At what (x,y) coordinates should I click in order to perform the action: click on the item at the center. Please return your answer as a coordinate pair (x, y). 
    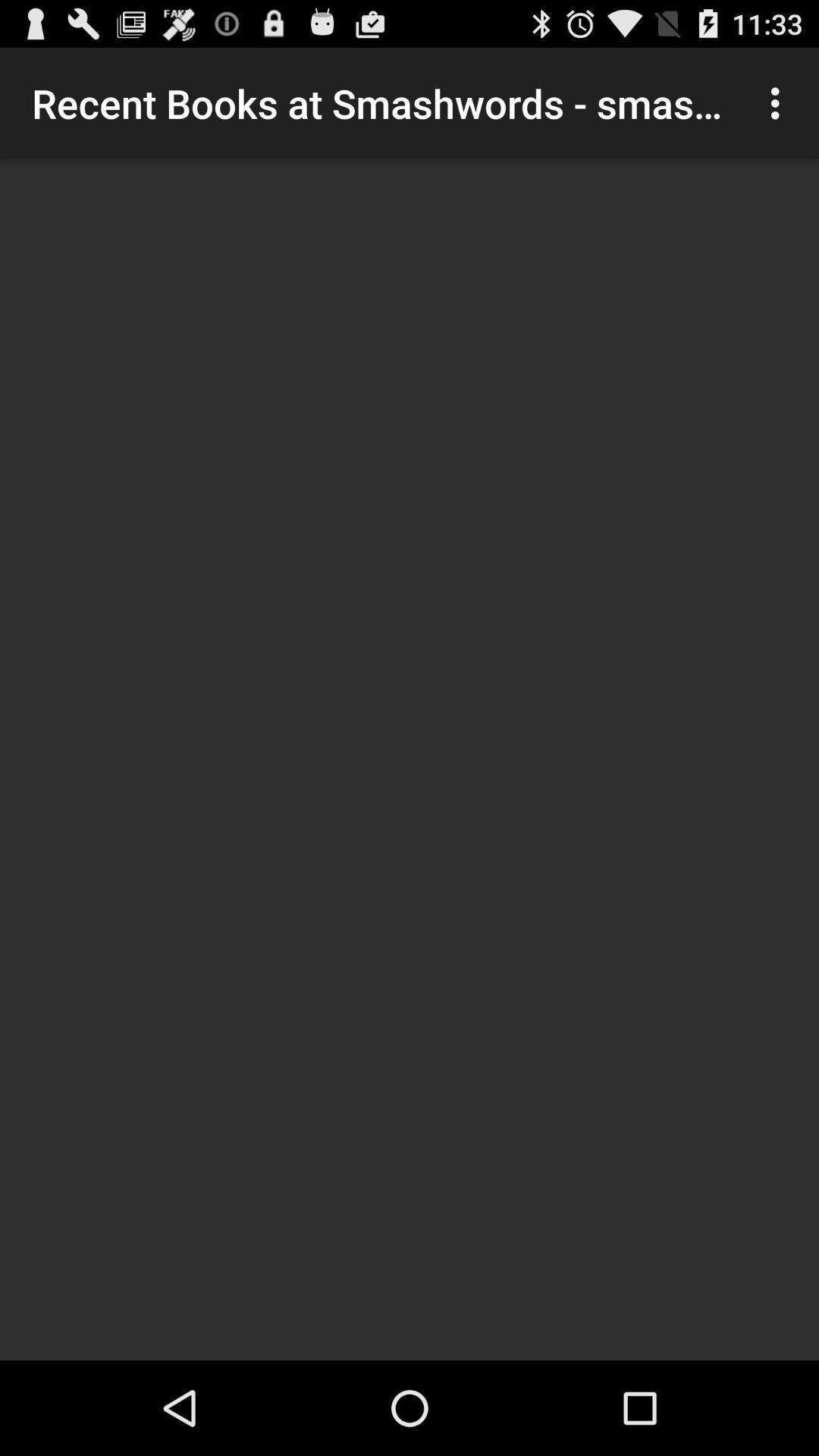
    Looking at the image, I should click on (409, 760).